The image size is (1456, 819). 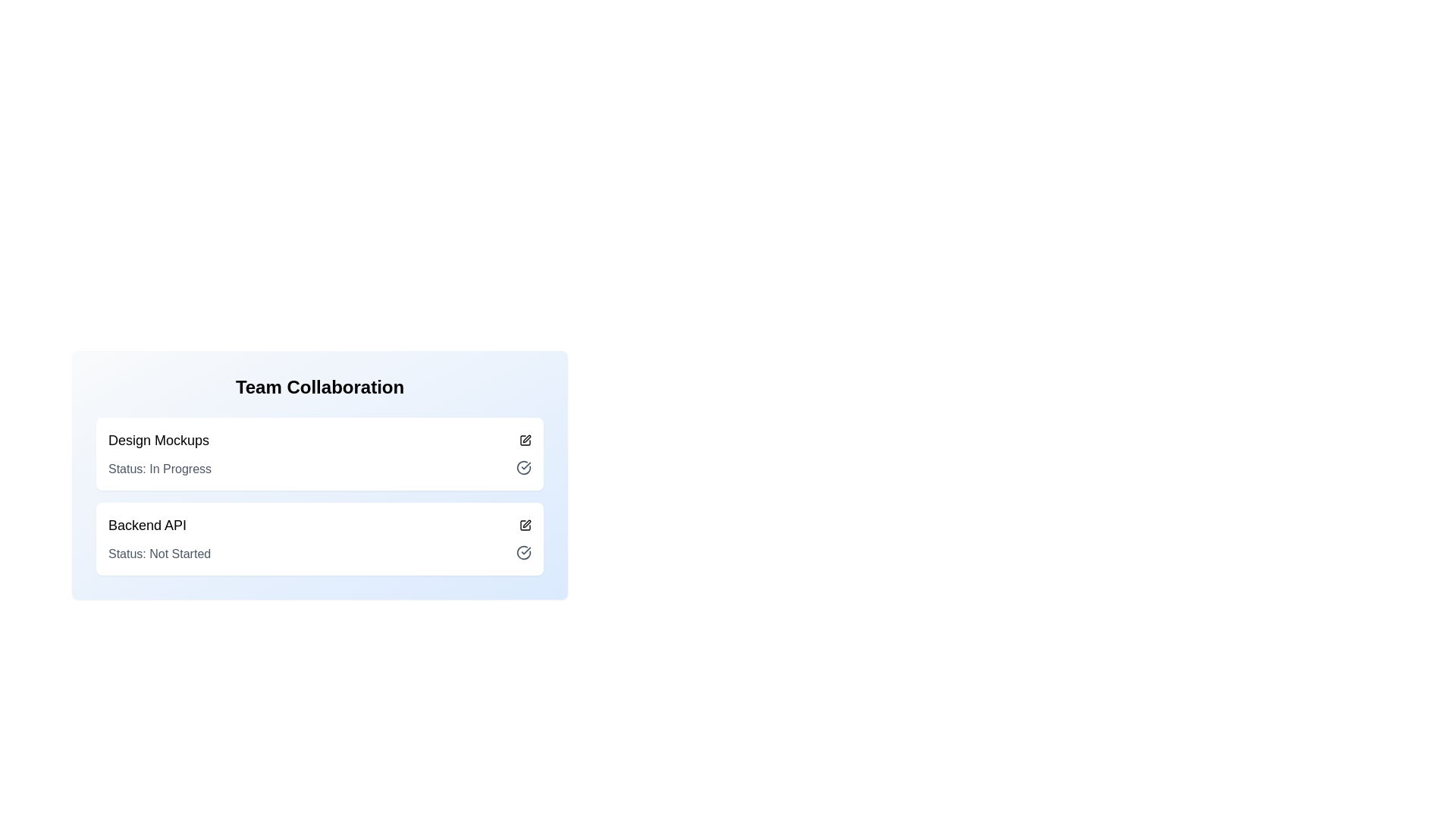 What do you see at coordinates (525, 525) in the screenshot?
I see `the edit button represented by a pen or pencil icon located to the right of the 'Backend API' text` at bounding box center [525, 525].